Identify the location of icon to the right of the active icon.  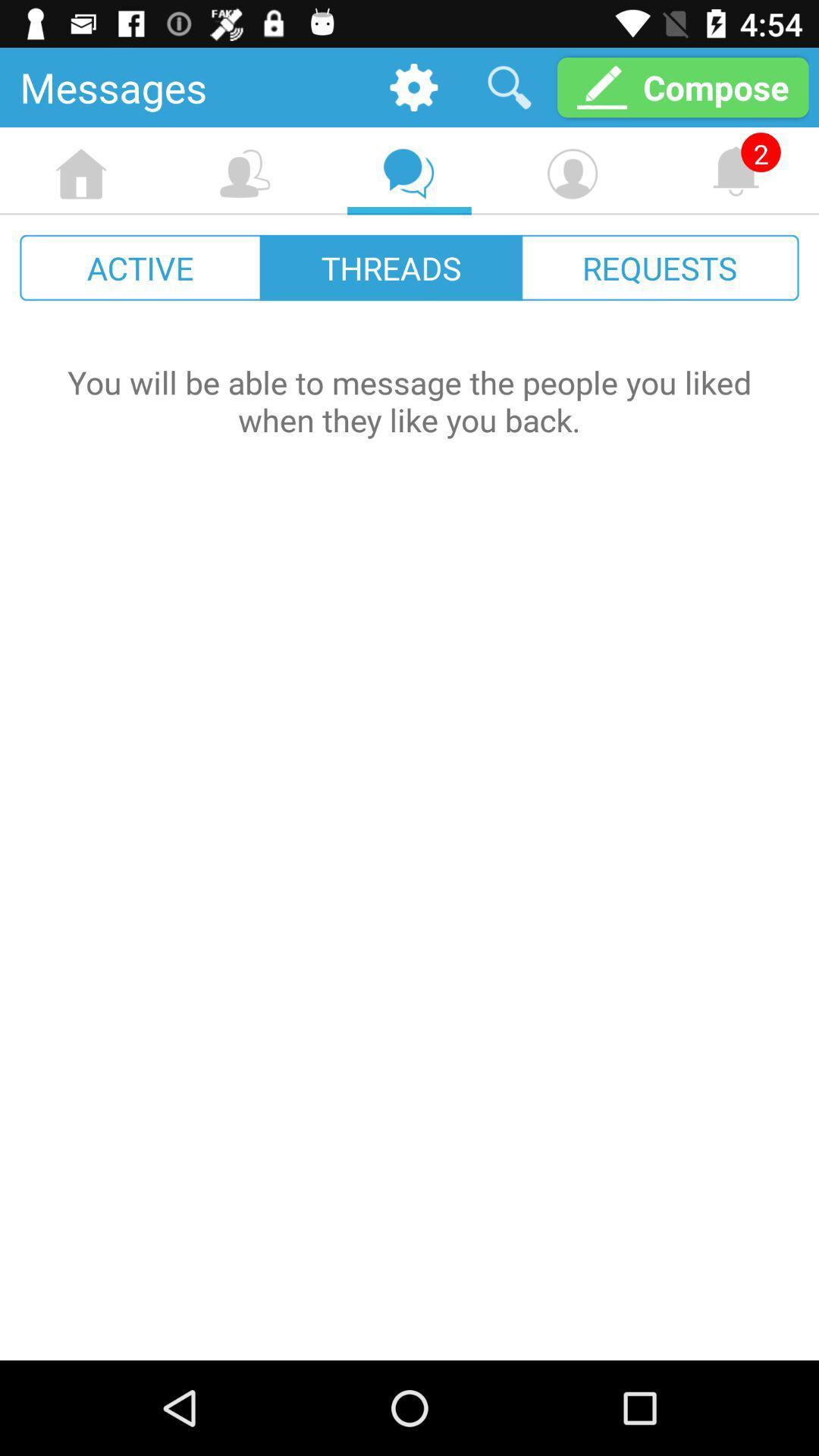
(391, 268).